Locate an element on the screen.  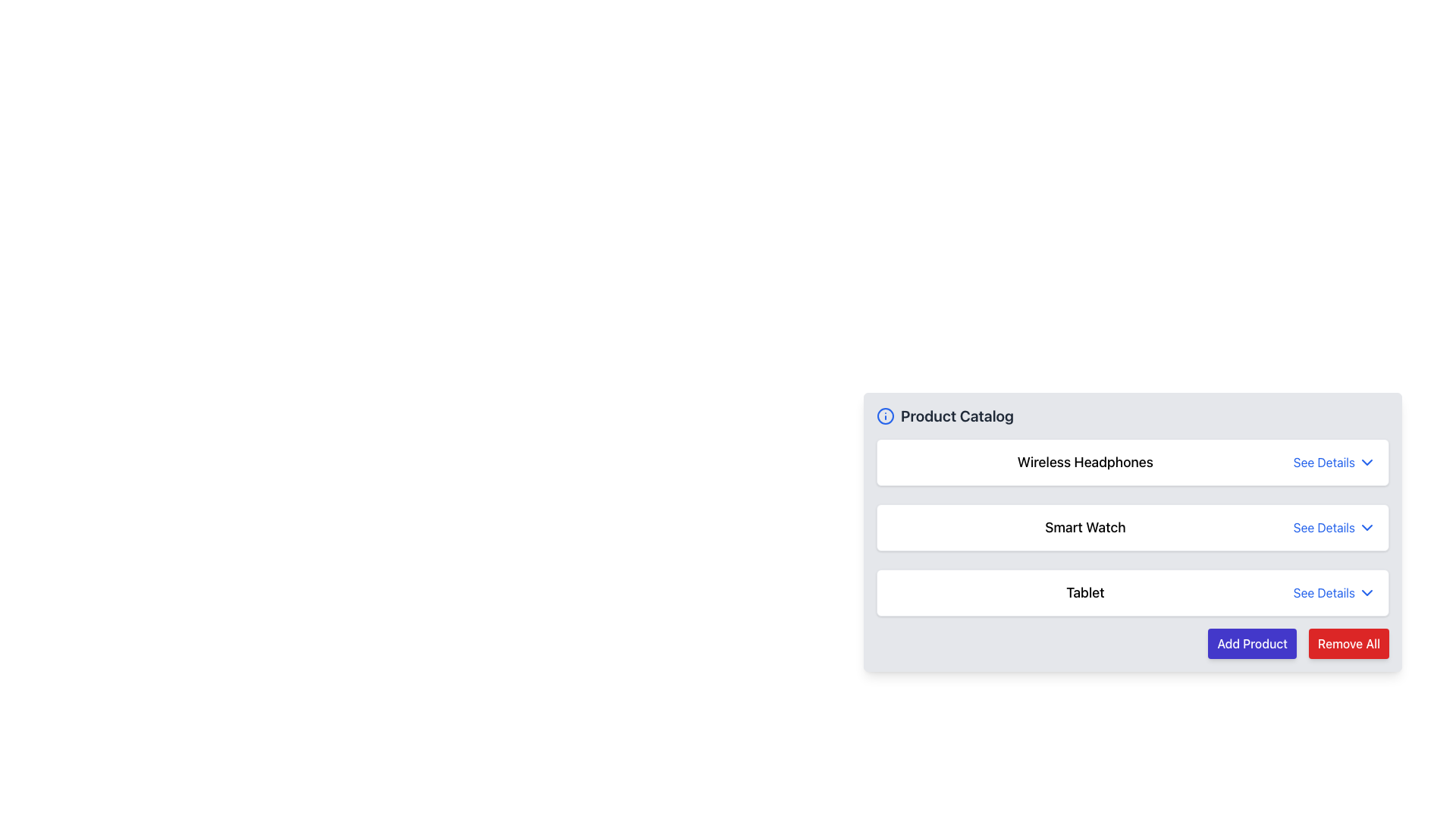
the chevron icon located to the right of the 'See Details' text in the row for the 'Smart Watch' item is located at coordinates (1367, 526).